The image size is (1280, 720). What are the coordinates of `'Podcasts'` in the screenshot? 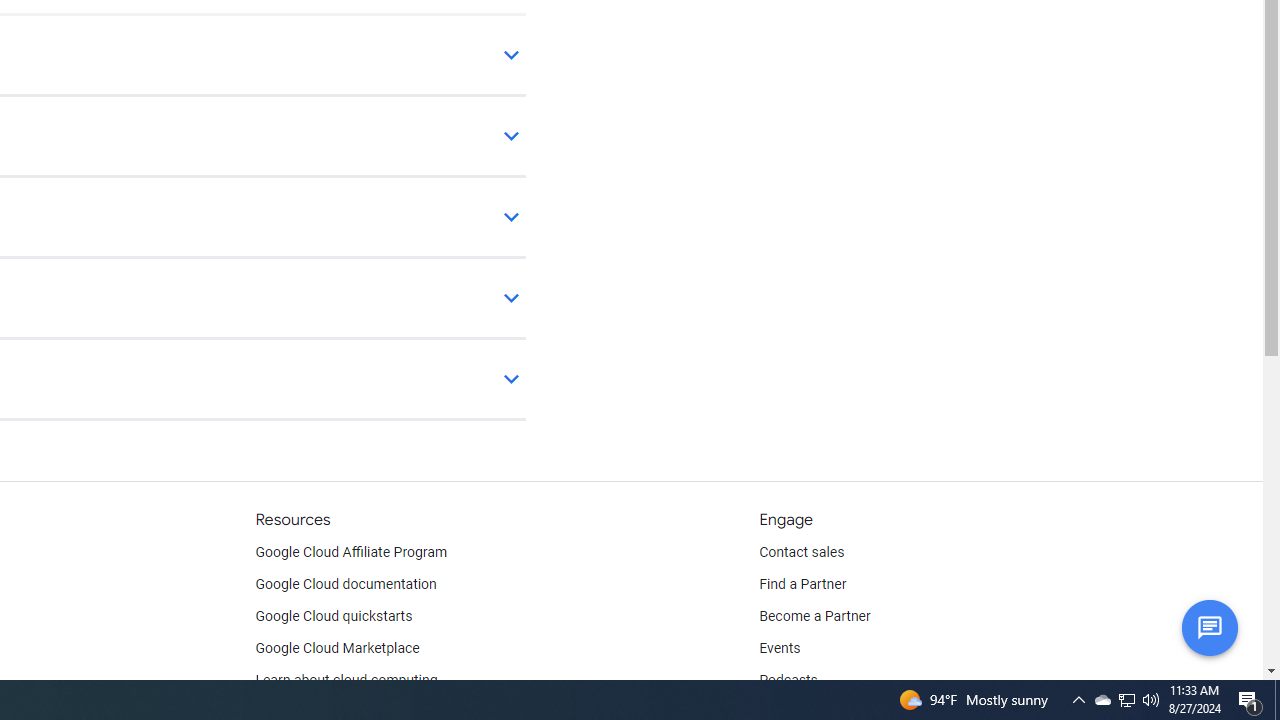 It's located at (787, 680).